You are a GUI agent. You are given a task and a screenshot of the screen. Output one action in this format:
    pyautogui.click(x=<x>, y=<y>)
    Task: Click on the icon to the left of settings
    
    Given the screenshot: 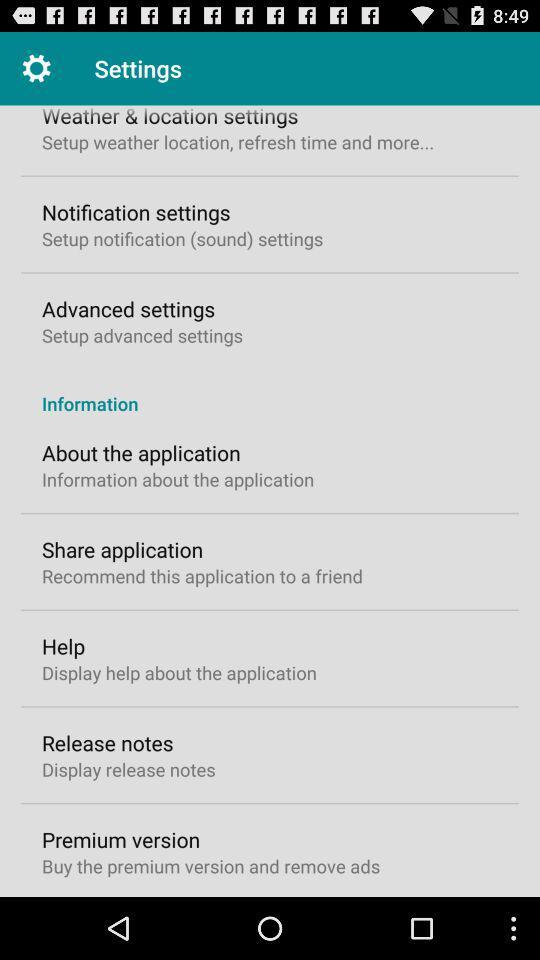 What is the action you would take?
    pyautogui.click(x=36, y=68)
    